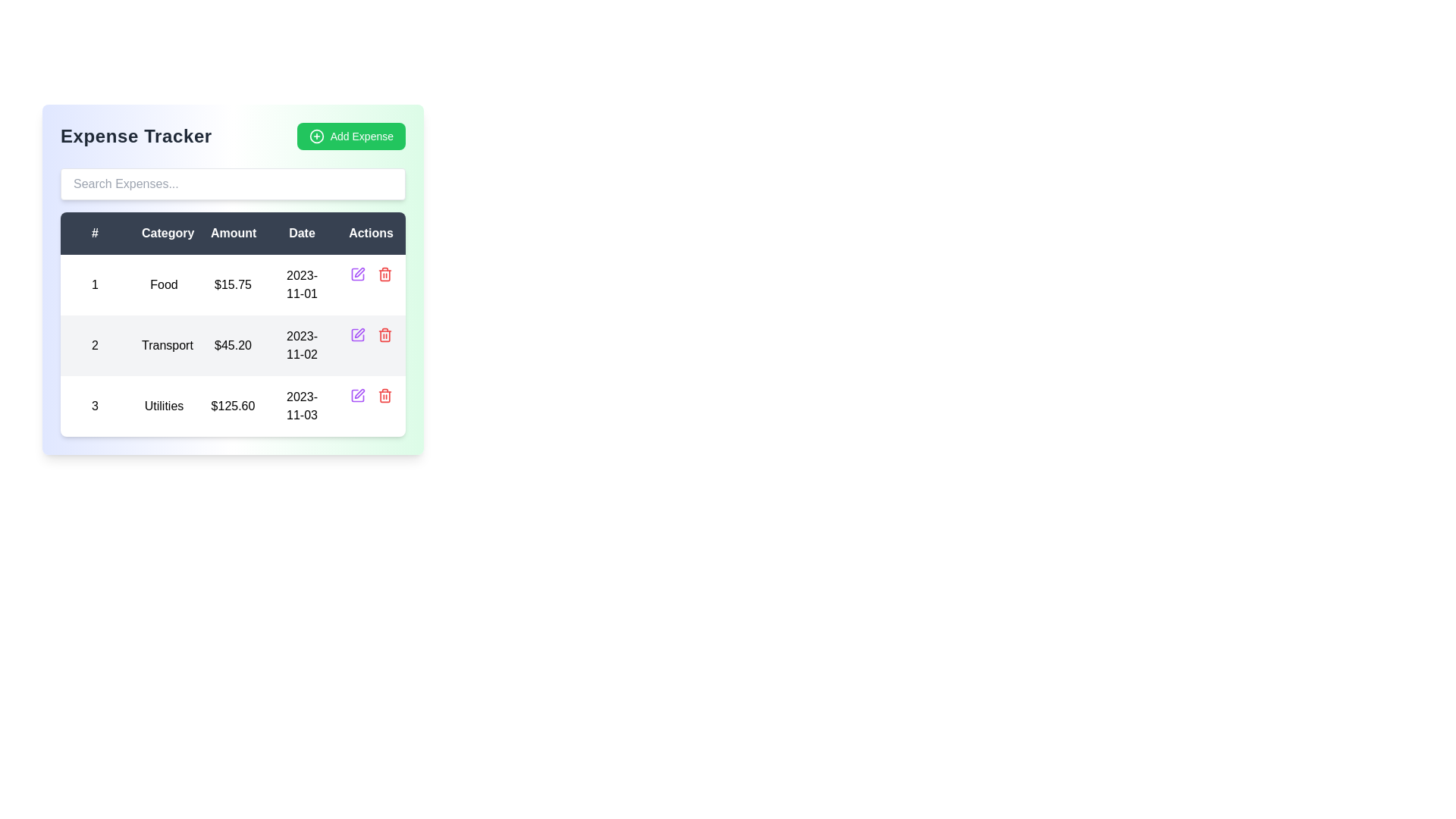 This screenshot has height=819, width=1456. Describe the element at coordinates (302, 284) in the screenshot. I see `text content of the label displaying the date '2023-11-01' located in the fourth column of the first row of the 'Expense Tracker' table` at that location.